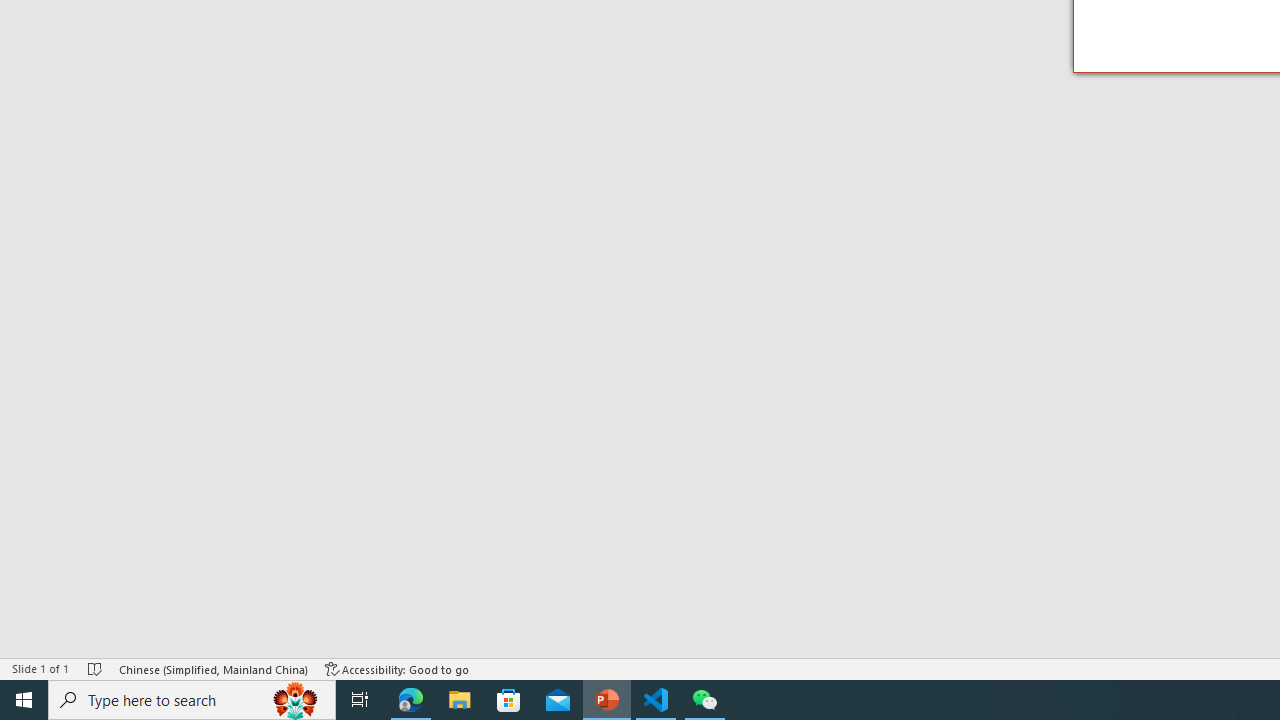 Image resolution: width=1280 pixels, height=720 pixels. What do you see at coordinates (410, 698) in the screenshot?
I see `'Microsoft Edge - 1 running window'` at bounding box center [410, 698].